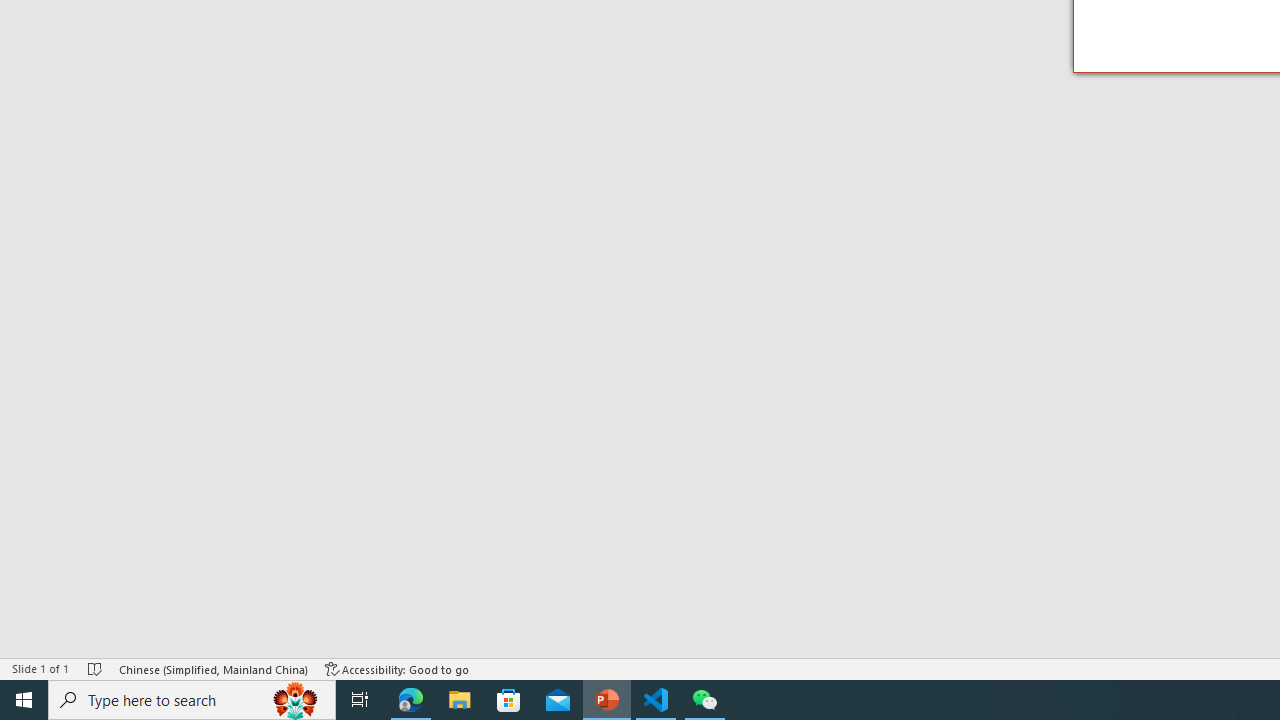 Image resolution: width=1280 pixels, height=720 pixels. What do you see at coordinates (410, 698) in the screenshot?
I see `'Microsoft Edge - 1 running window'` at bounding box center [410, 698].